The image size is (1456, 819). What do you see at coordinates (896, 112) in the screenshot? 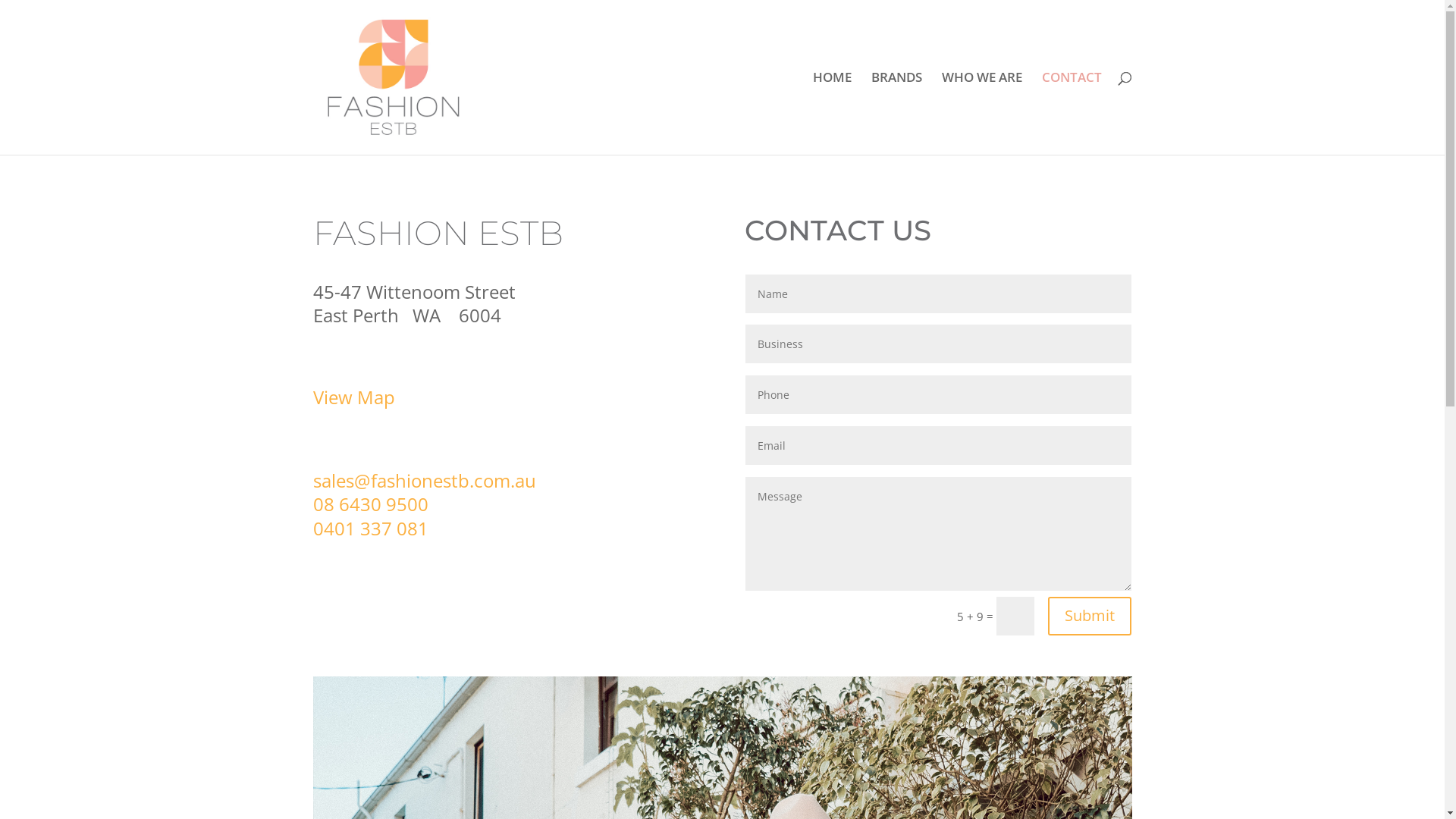
I see `'BRANDS'` at bounding box center [896, 112].